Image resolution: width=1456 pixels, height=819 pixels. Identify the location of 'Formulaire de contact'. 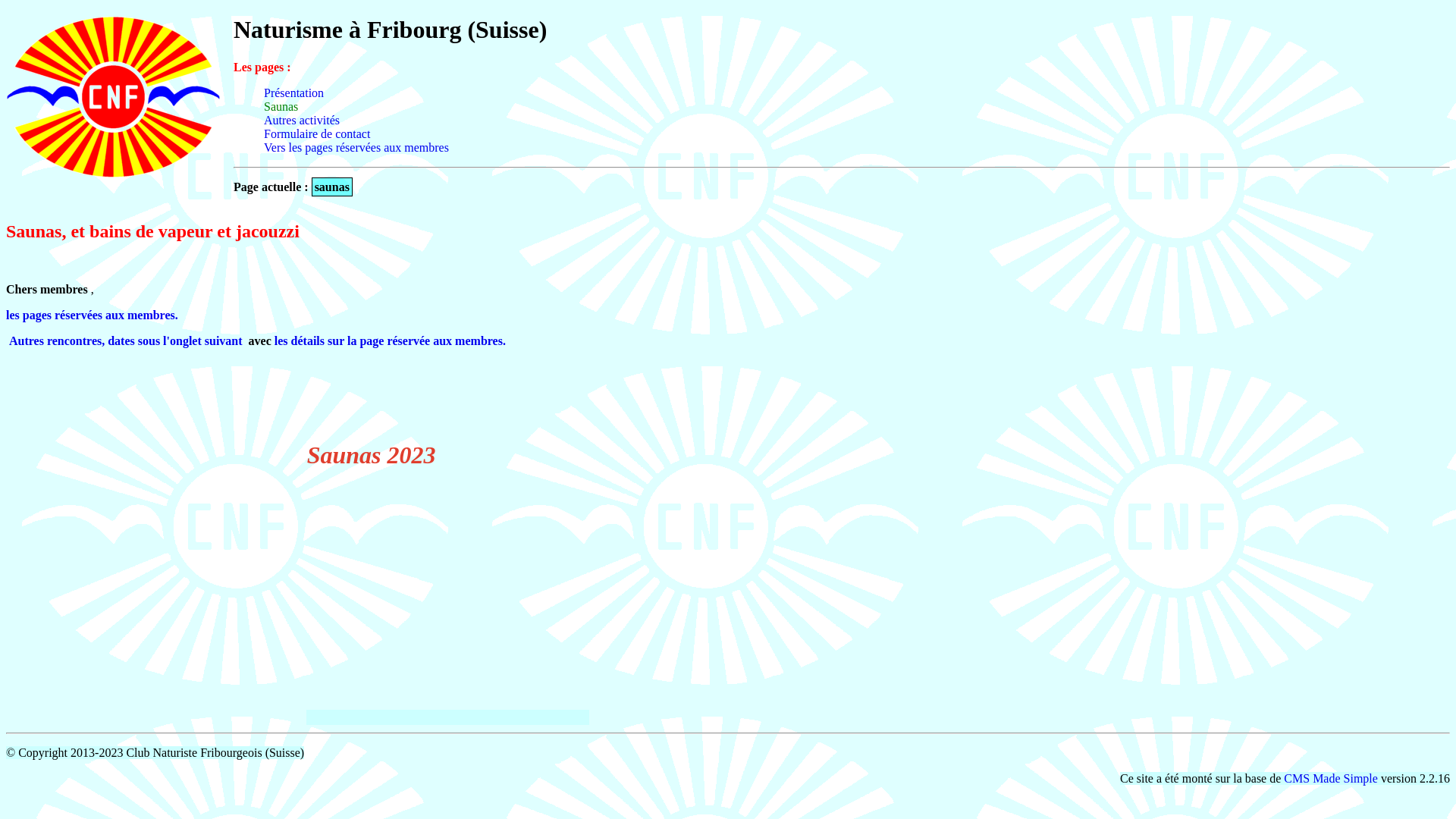
(315, 133).